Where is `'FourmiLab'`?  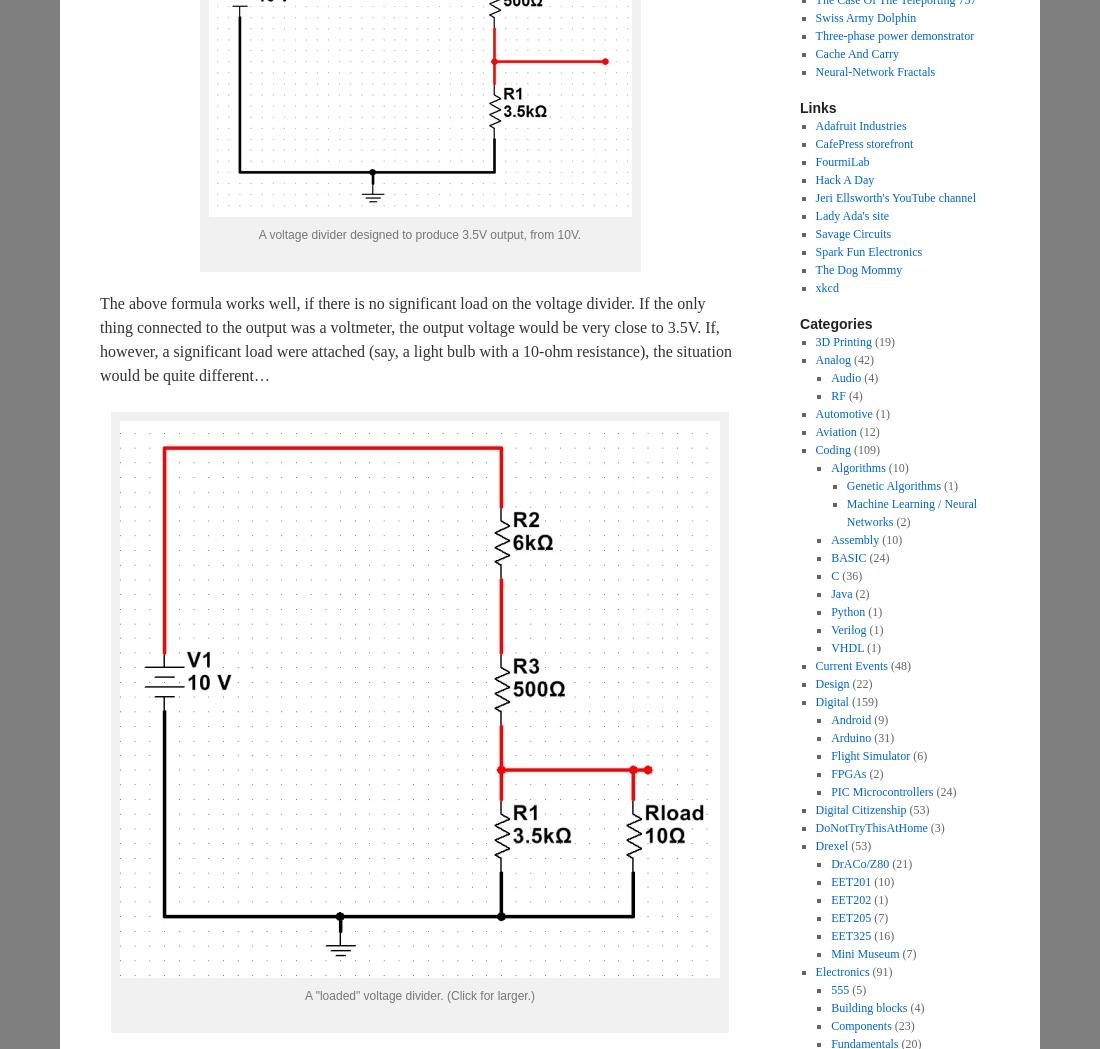
'FourmiLab' is located at coordinates (841, 161).